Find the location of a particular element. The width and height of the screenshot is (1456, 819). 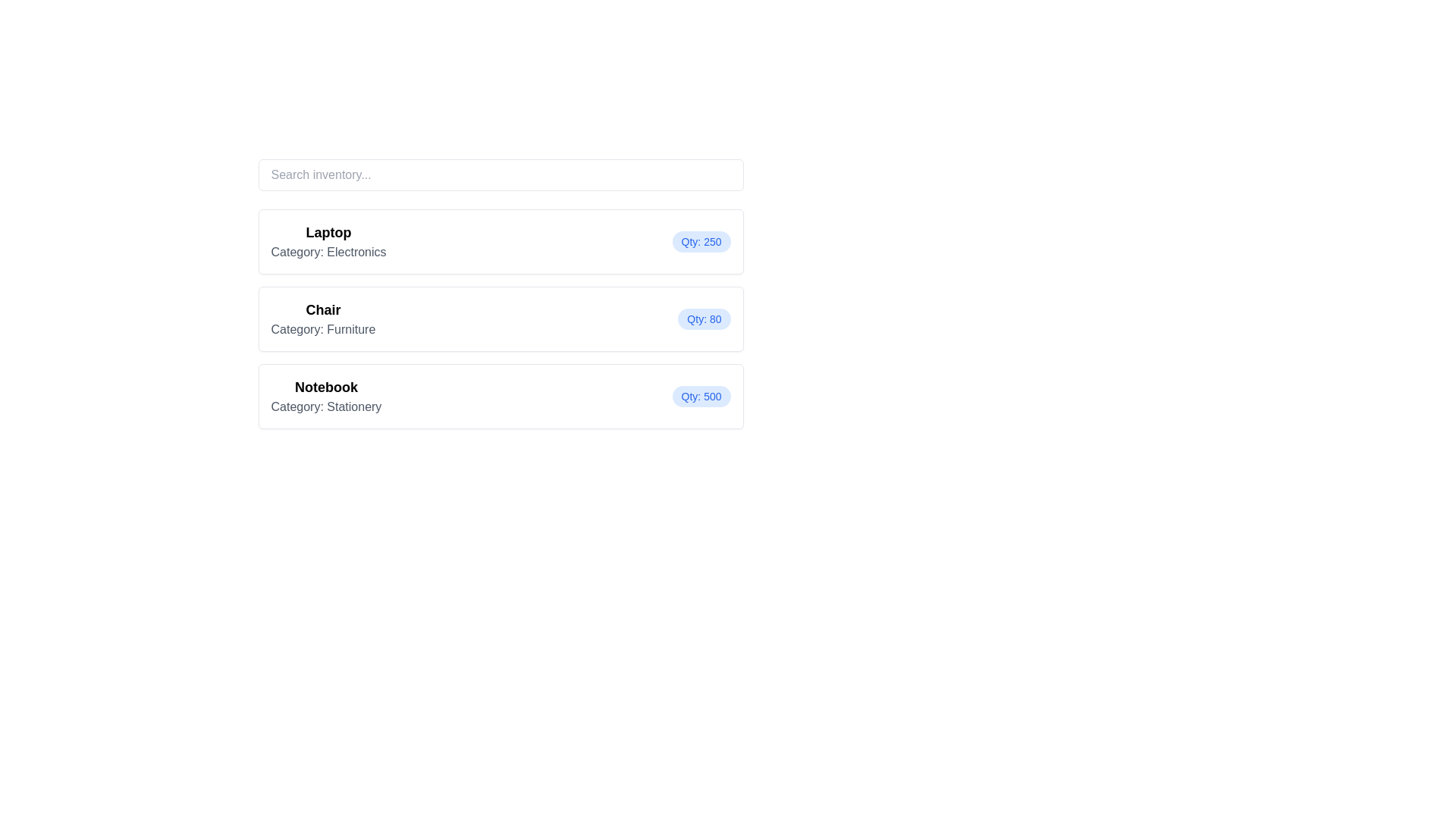

the Text Display Unit that shows the product name 'Notebook' and category 'Stationery', located in the left-aligned text group of the third list item is located at coordinates (325, 396).